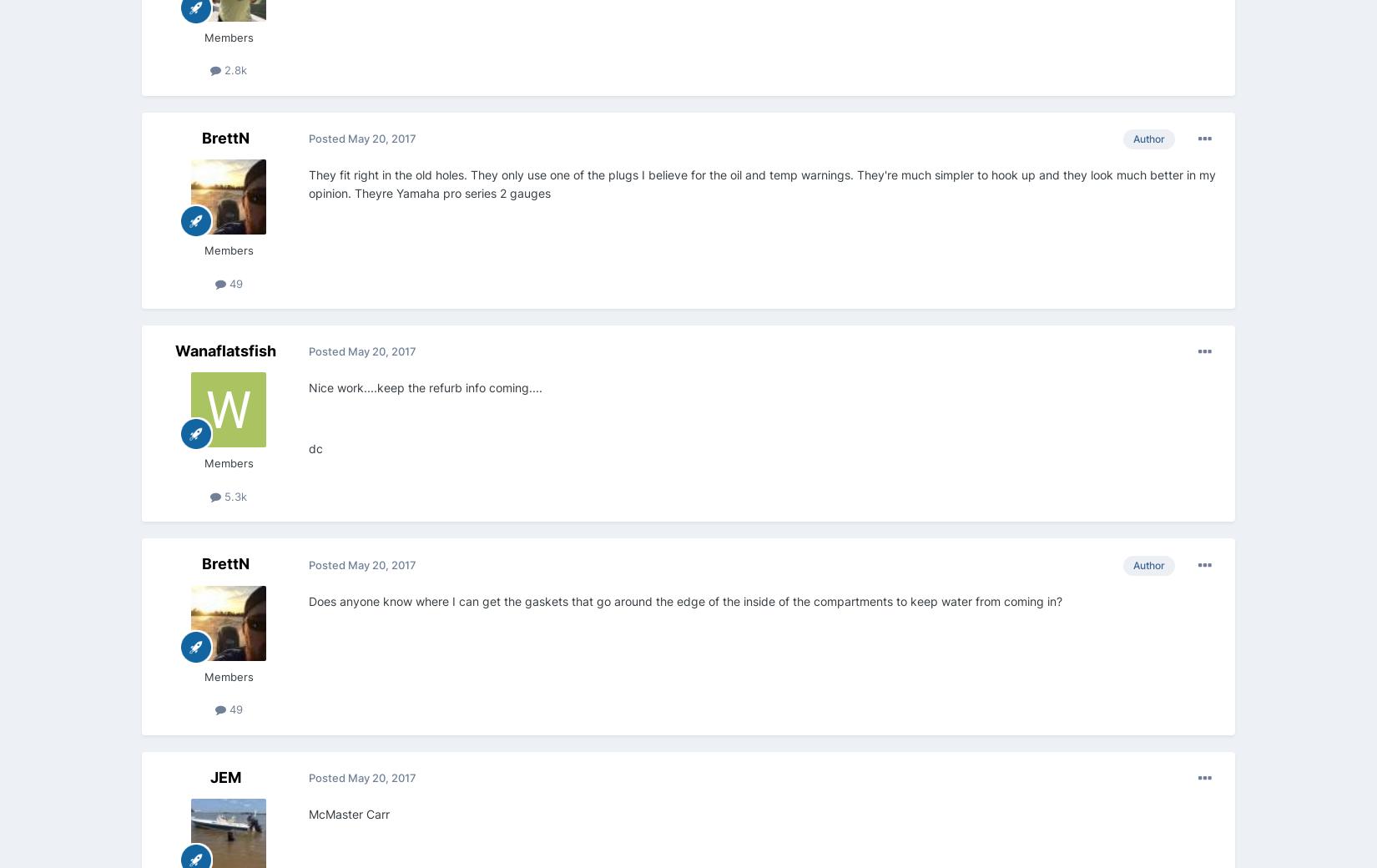 This screenshot has height=868, width=1377. I want to click on 'JEM', so click(209, 776).